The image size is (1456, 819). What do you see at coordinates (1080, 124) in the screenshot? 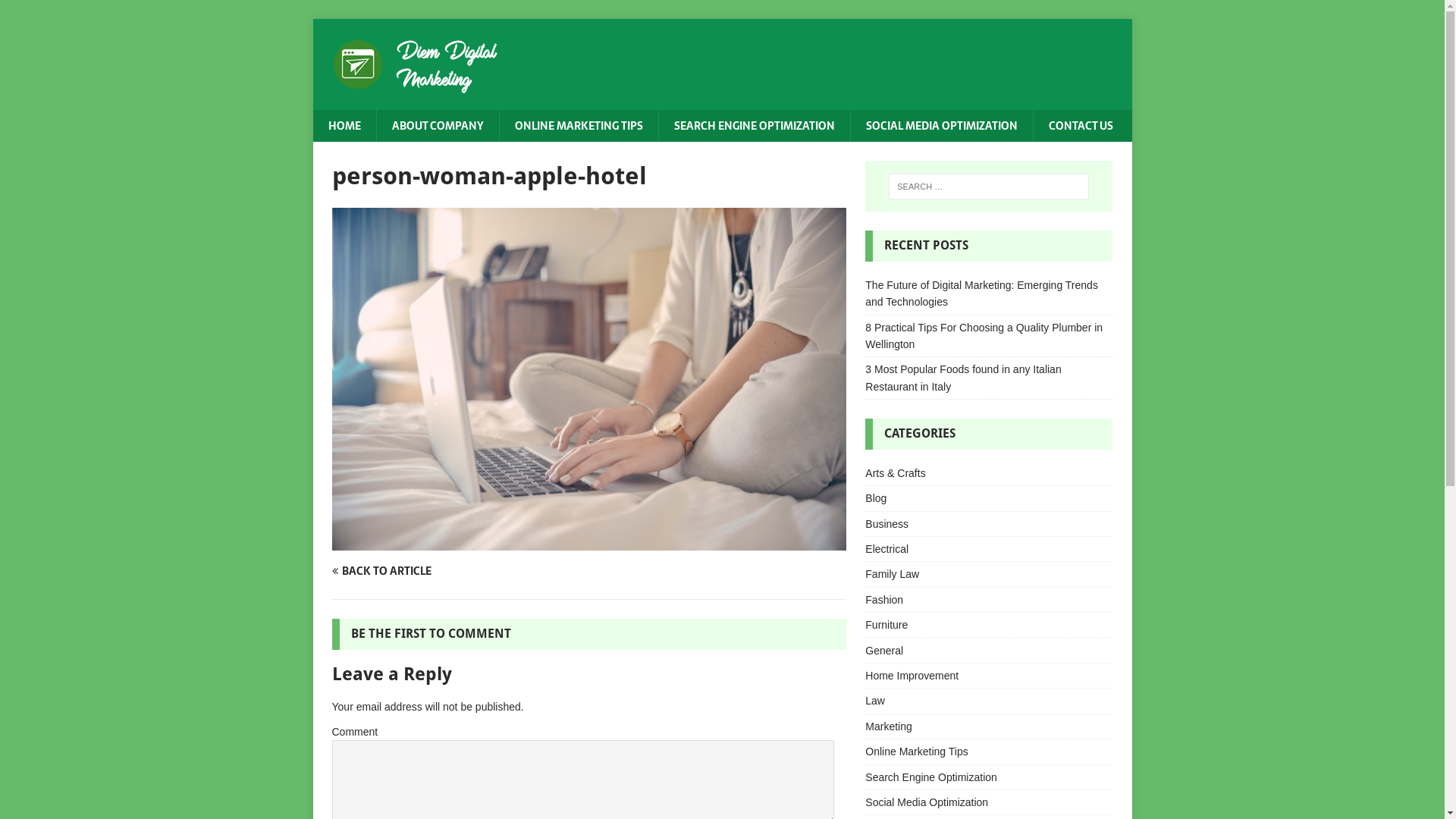
I see `'CONTACT US'` at bounding box center [1080, 124].